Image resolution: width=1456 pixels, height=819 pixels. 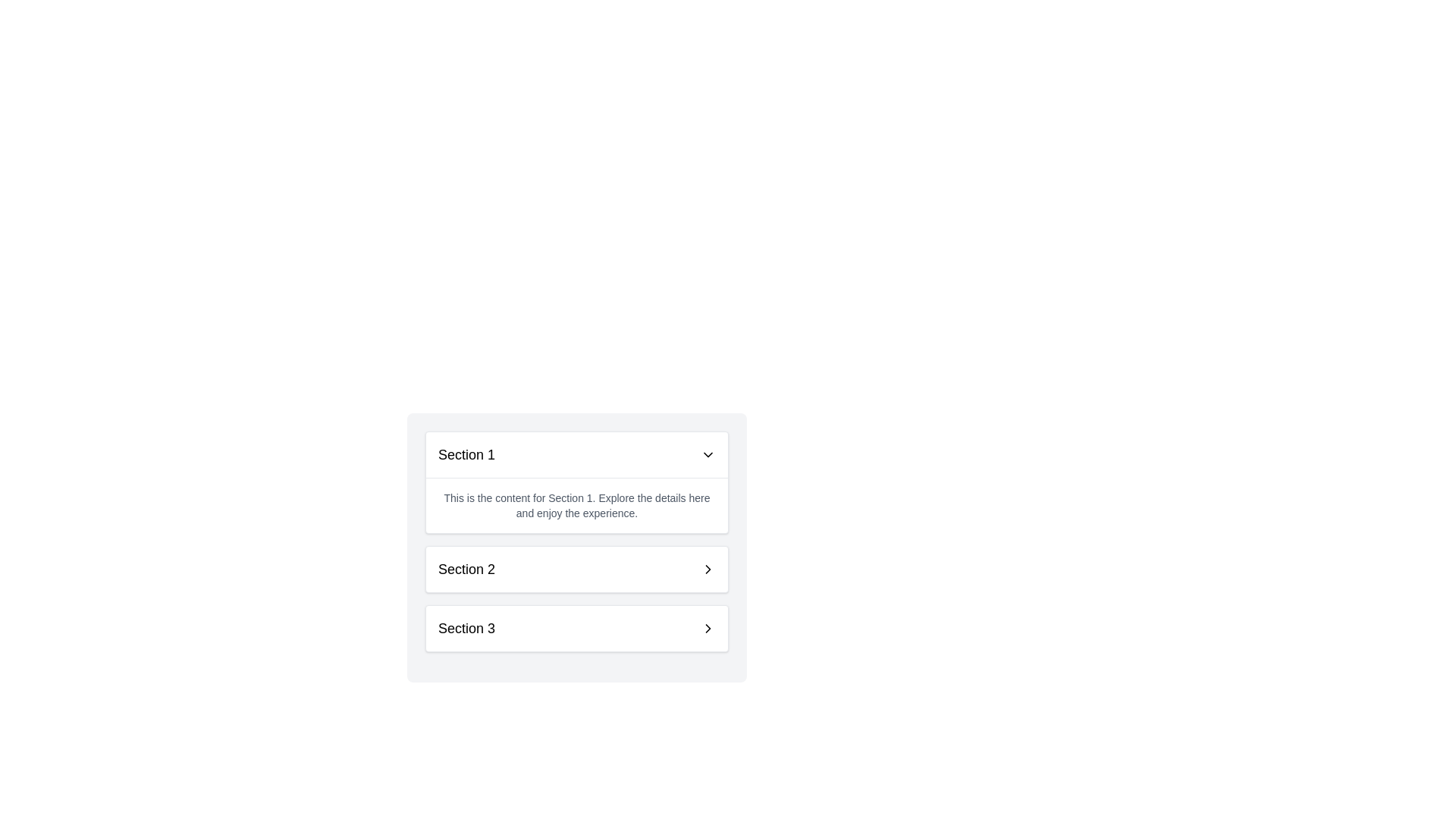 I want to click on the chevron icon located at the far right of 'Section 3', so click(x=708, y=629).